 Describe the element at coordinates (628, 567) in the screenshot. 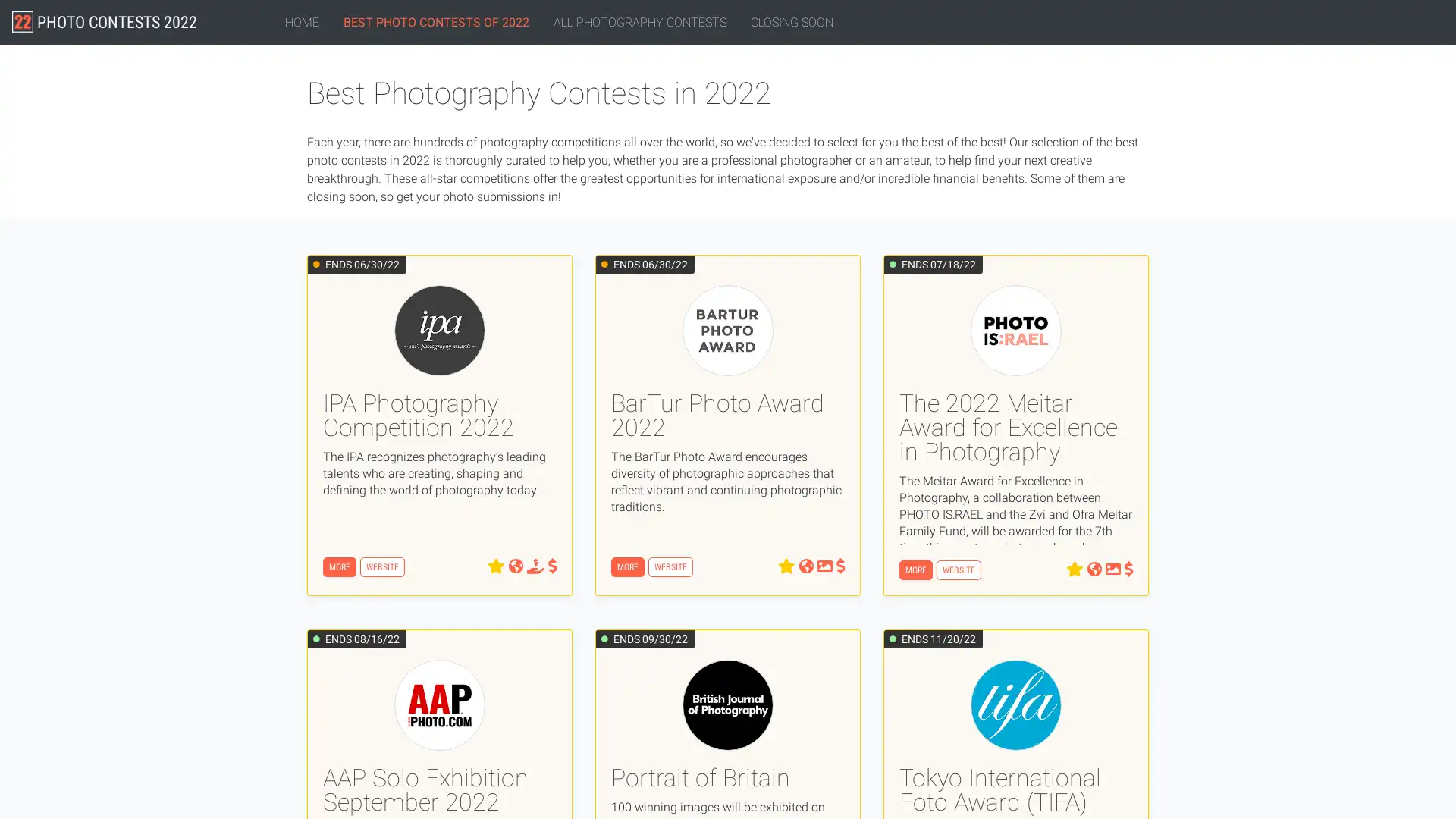

I see `MORE` at that location.